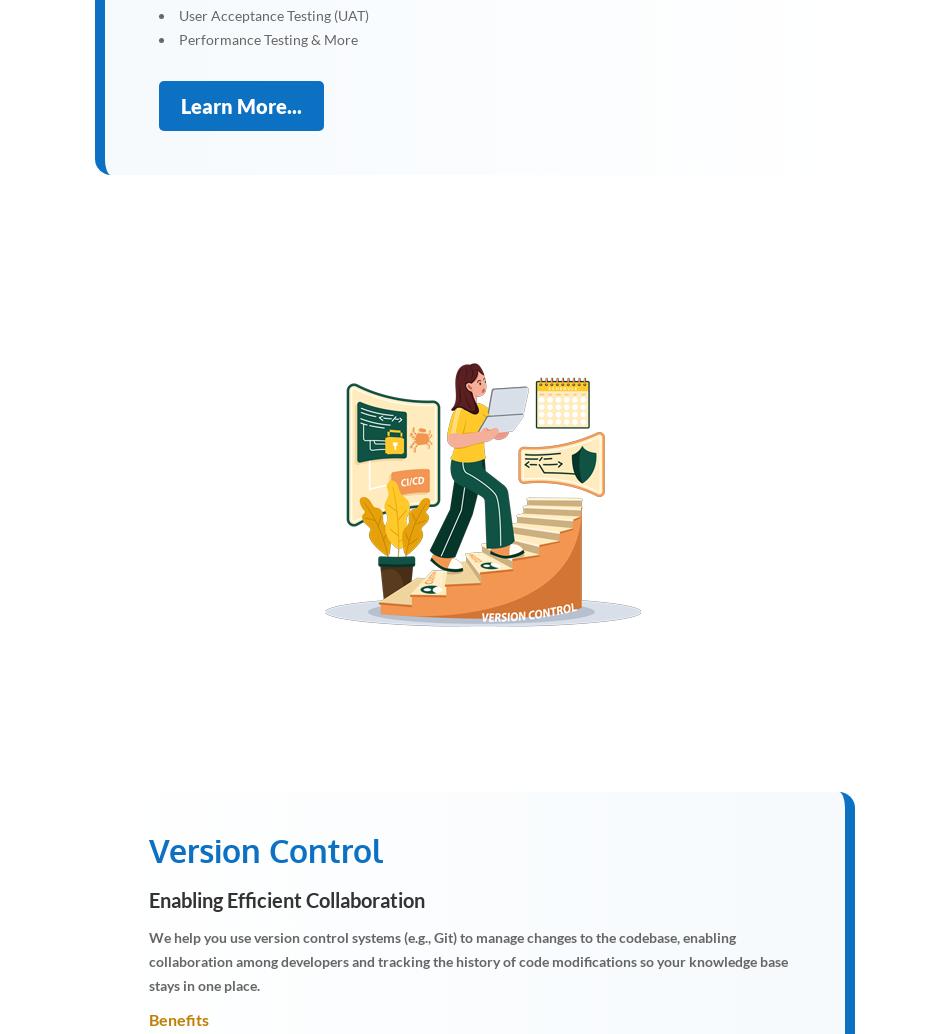 This screenshot has height=1034, width=950. I want to click on 'We help you use version control systems (e.g., Git) to manage changes to the codebase, enabling collaboration among developers and tracking the history of code modifications so your knowledge base stays in one place.', so click(467, 959).